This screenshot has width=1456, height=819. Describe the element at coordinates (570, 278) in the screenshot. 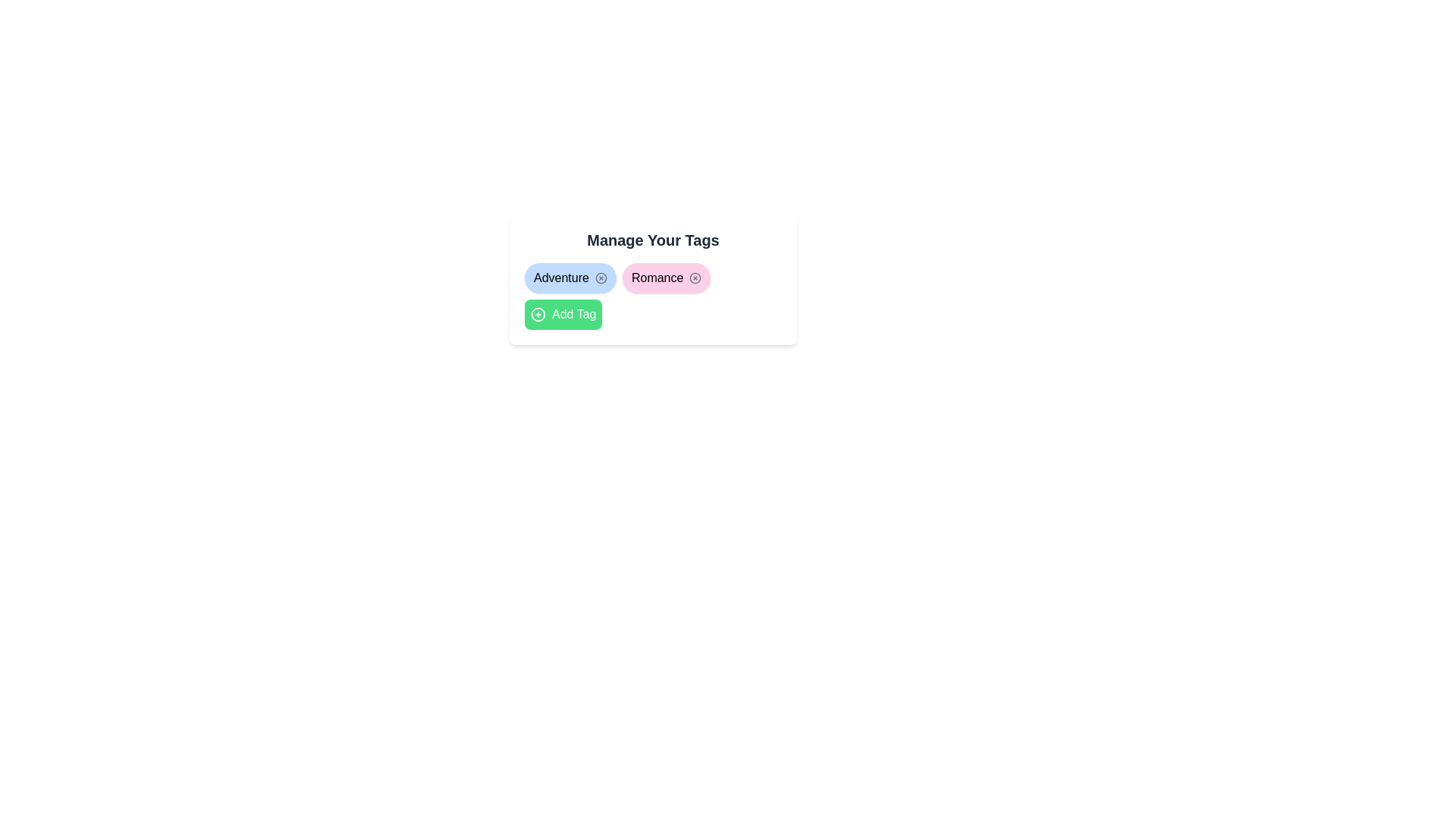

I see `the tag Adventure to observe its hover effect` at that location.